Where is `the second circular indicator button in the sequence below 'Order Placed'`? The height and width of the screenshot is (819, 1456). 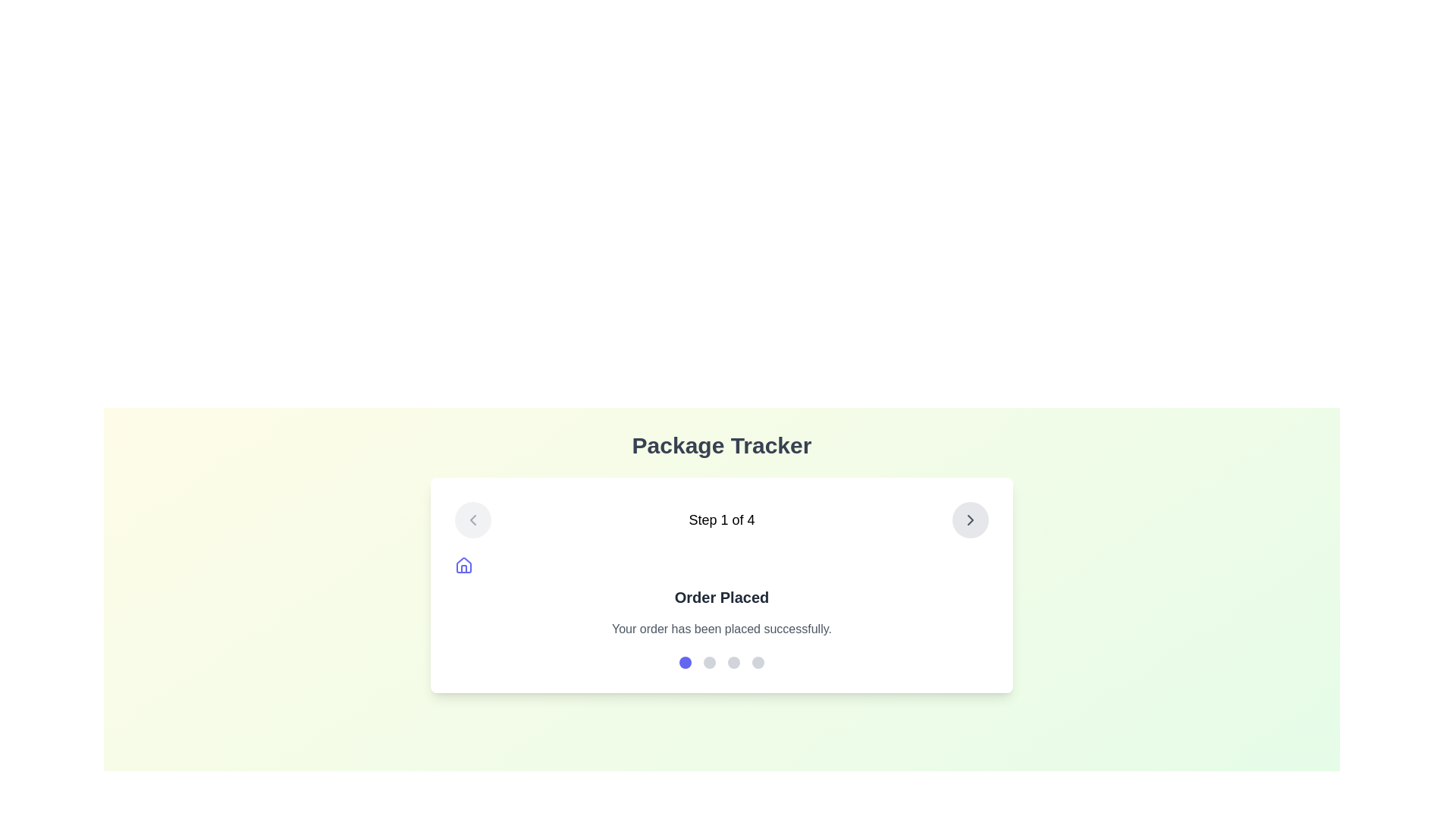
the second circular indicator button in the sequence below 'Order Placed' is located at coordinates (709, 662).